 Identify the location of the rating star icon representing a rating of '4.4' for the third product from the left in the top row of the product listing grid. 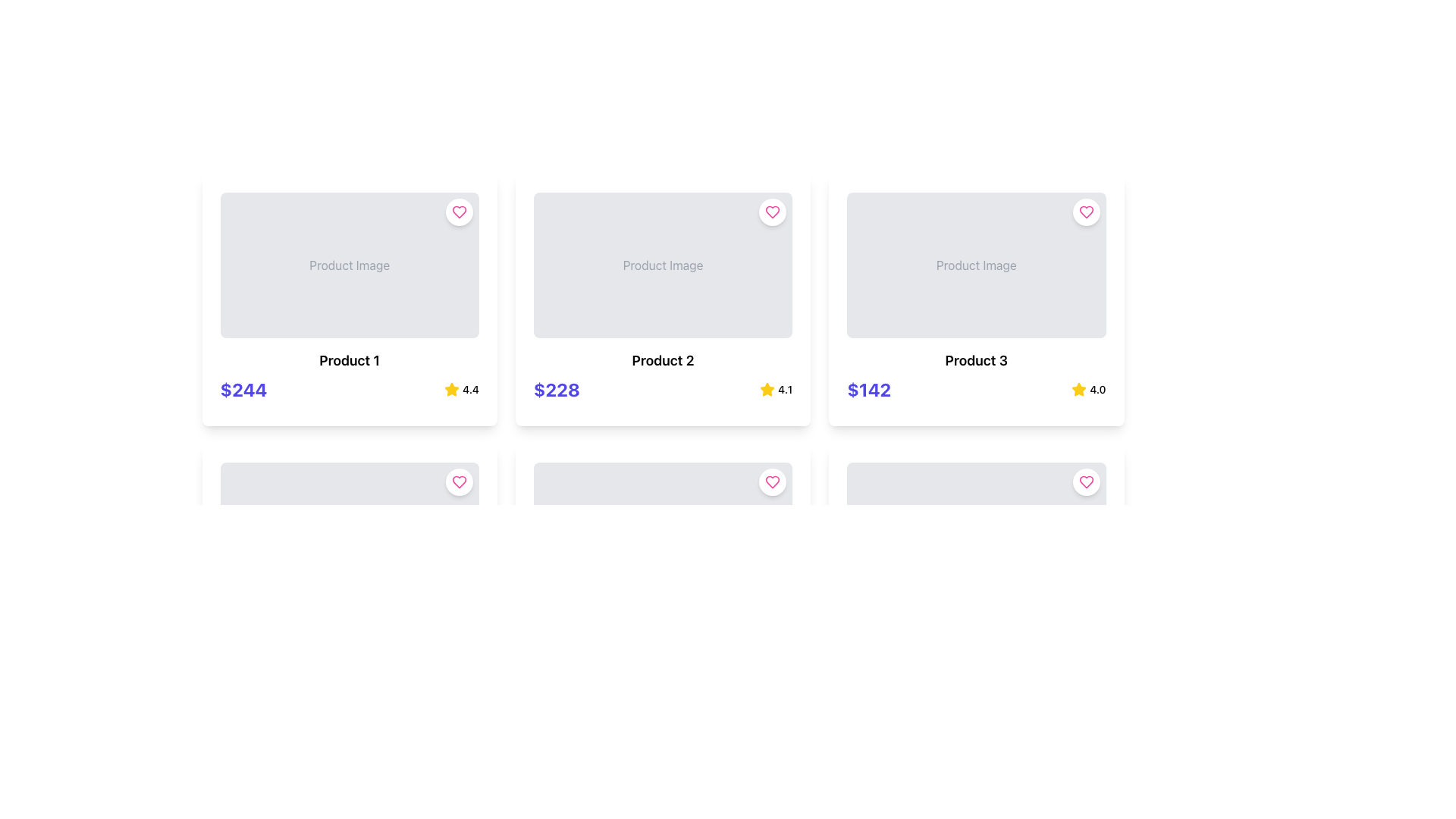
(451, 388).